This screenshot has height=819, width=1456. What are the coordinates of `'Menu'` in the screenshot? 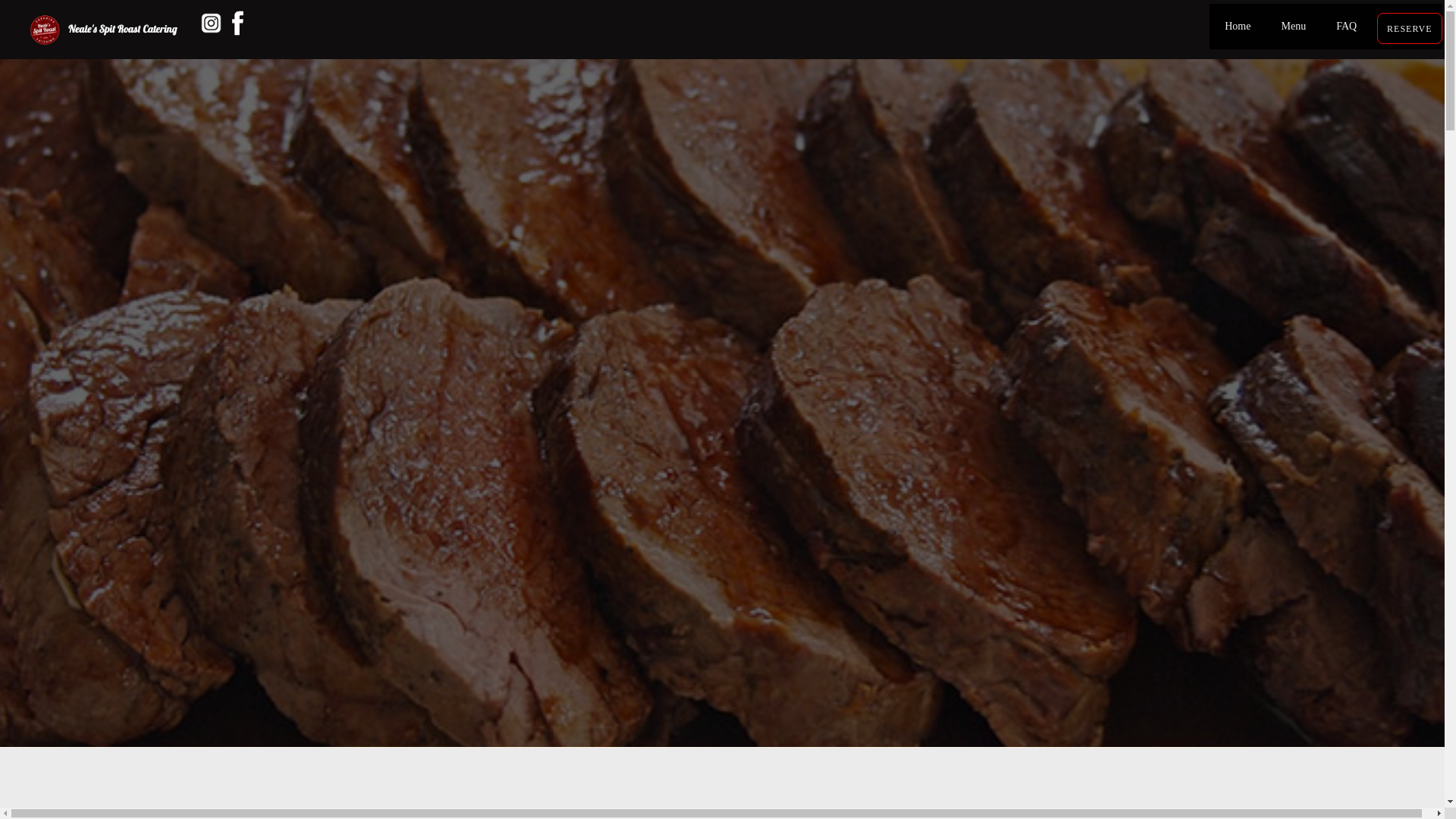 It's located at (1292, 26).